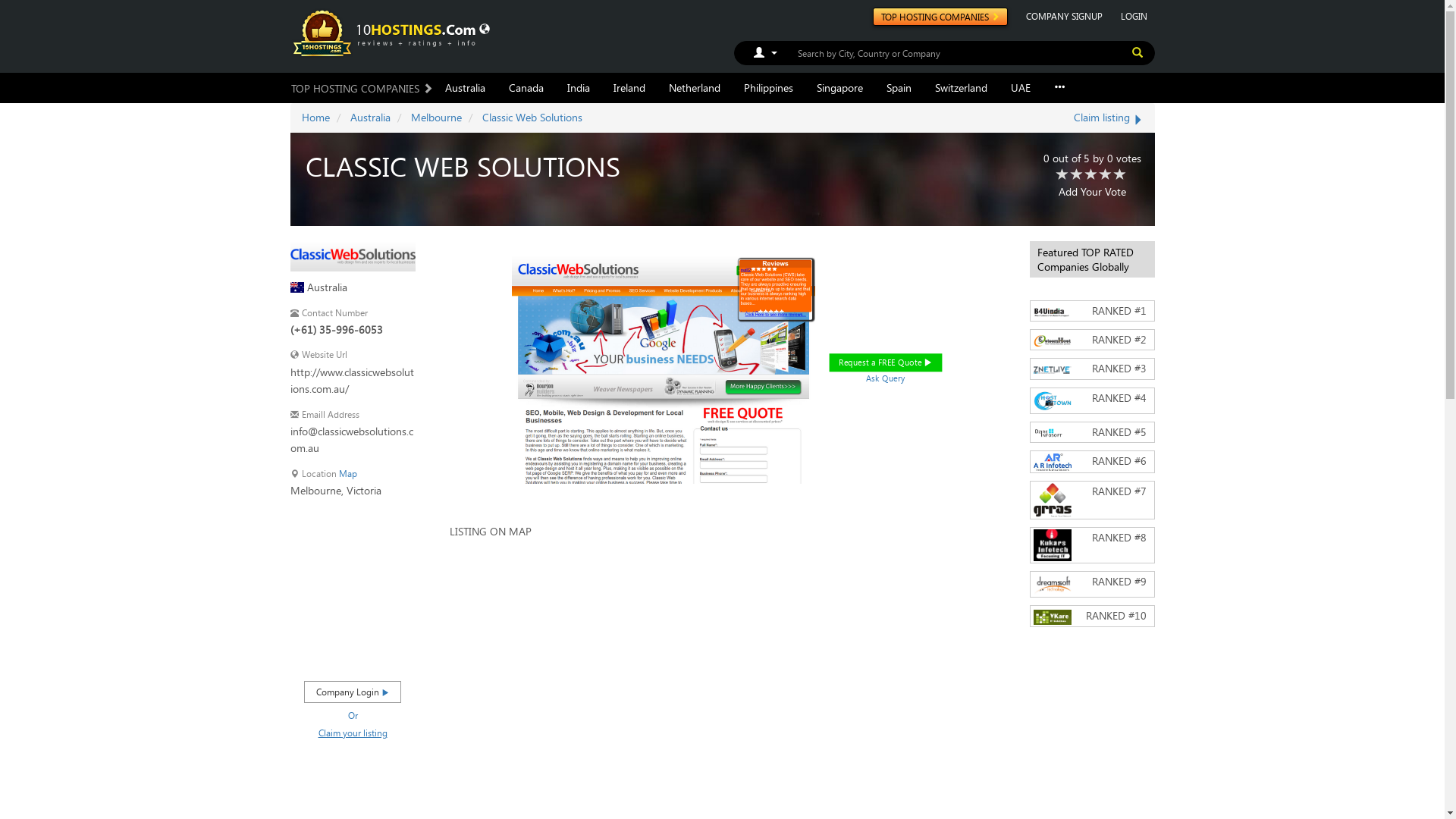  Describe the element at coordinates (385, 32) in the screenshot. I see `'10hostings.com'` at that location.